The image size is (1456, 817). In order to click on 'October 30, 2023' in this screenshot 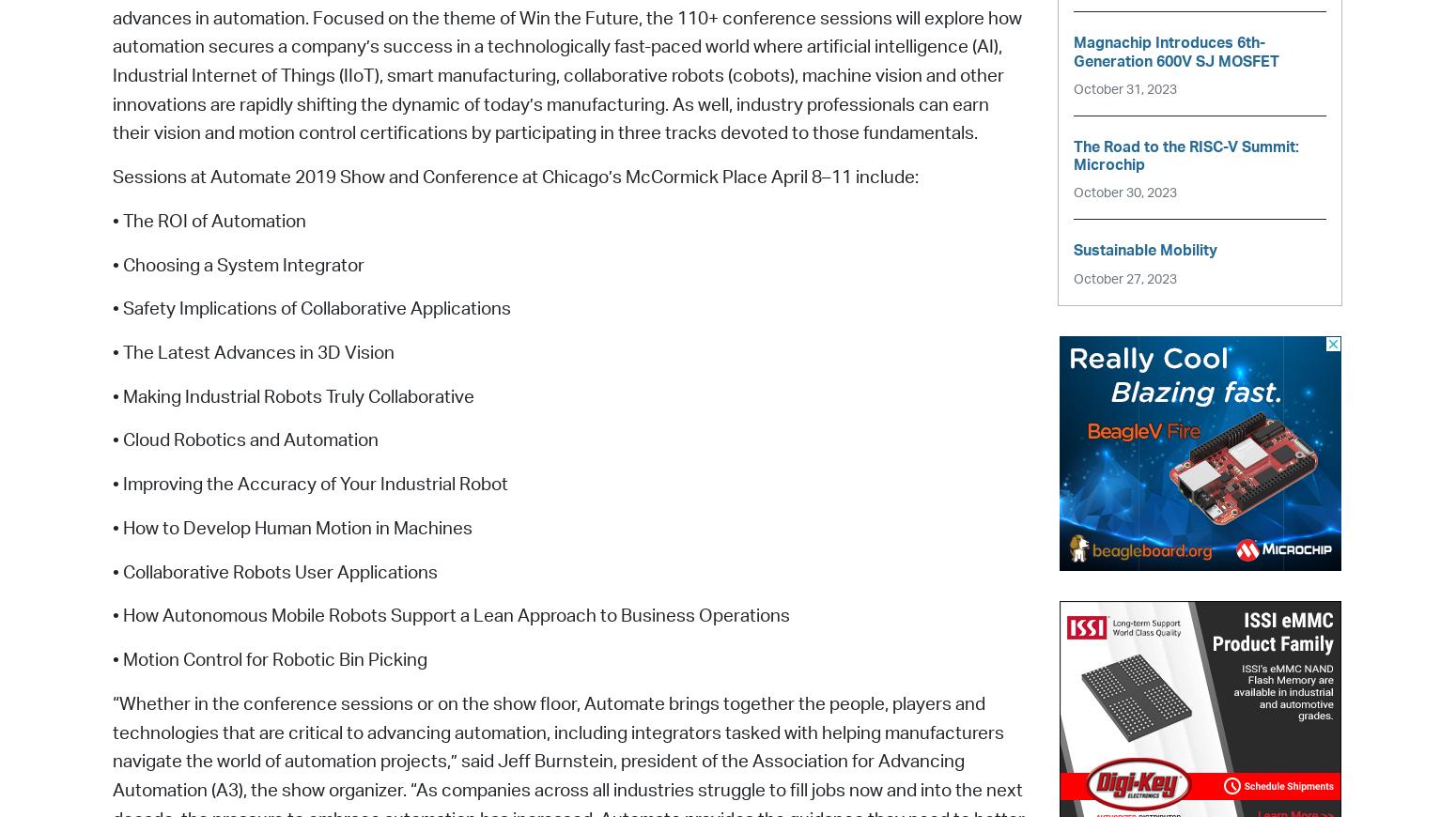, I will do `click(1124, 192)`.